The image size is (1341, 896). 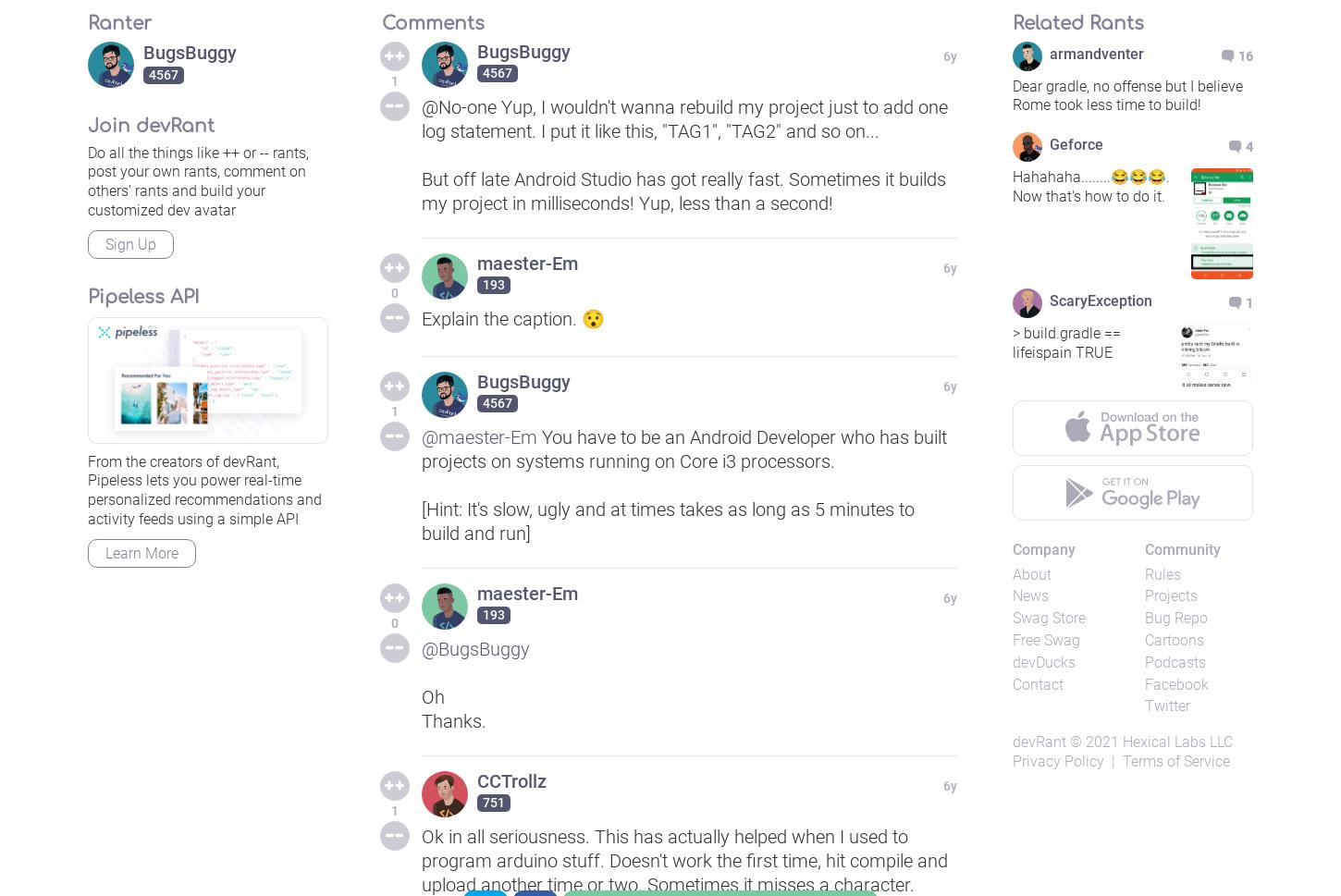 I want to click on 'Dear gradle, no offense but I believe Rome took less time to build!', so click(x=1127, y=95).